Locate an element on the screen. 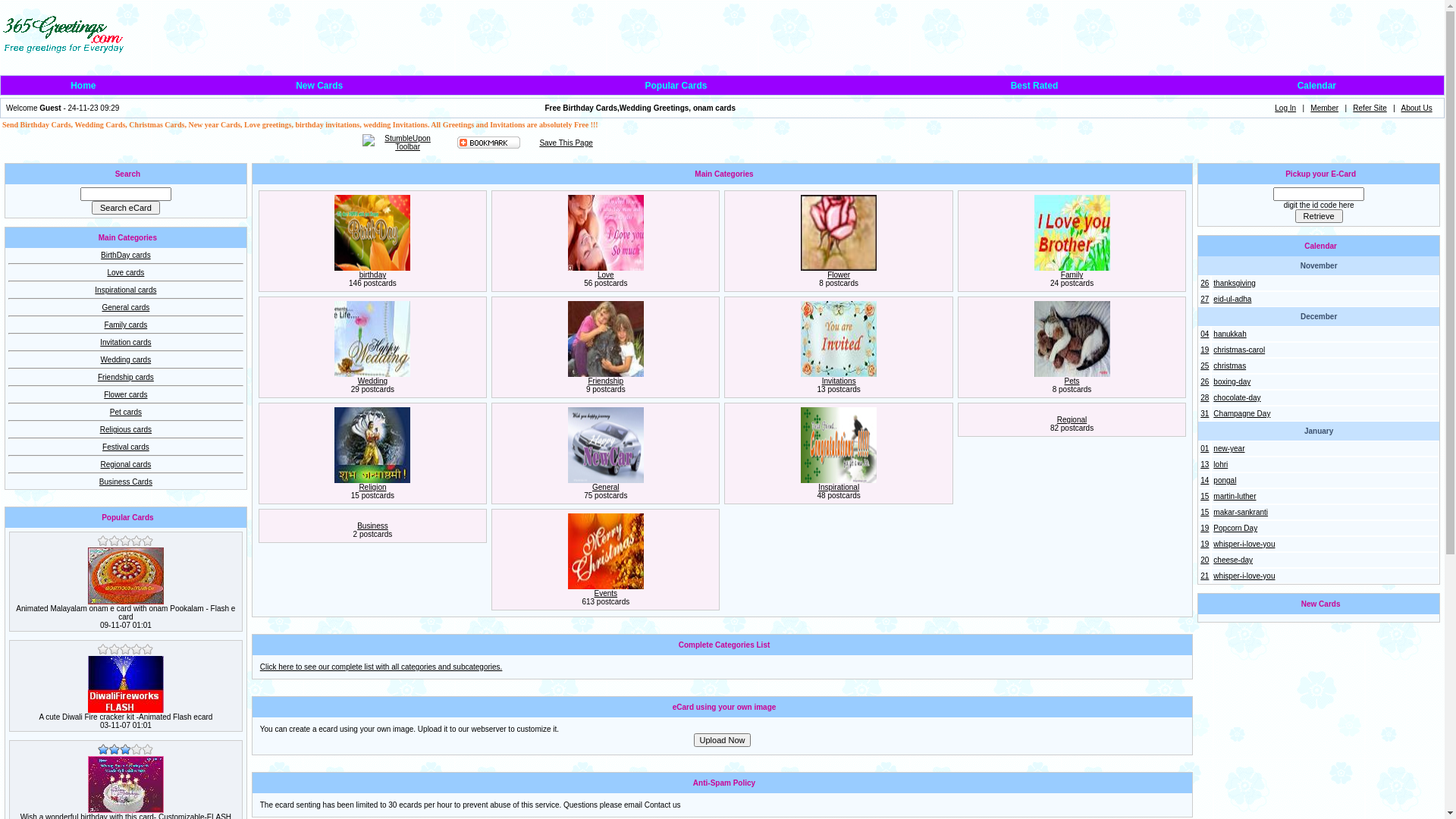 The height and width of the screenshot is (819, 1456). 'Religion' is located at coordinates (358, 487).